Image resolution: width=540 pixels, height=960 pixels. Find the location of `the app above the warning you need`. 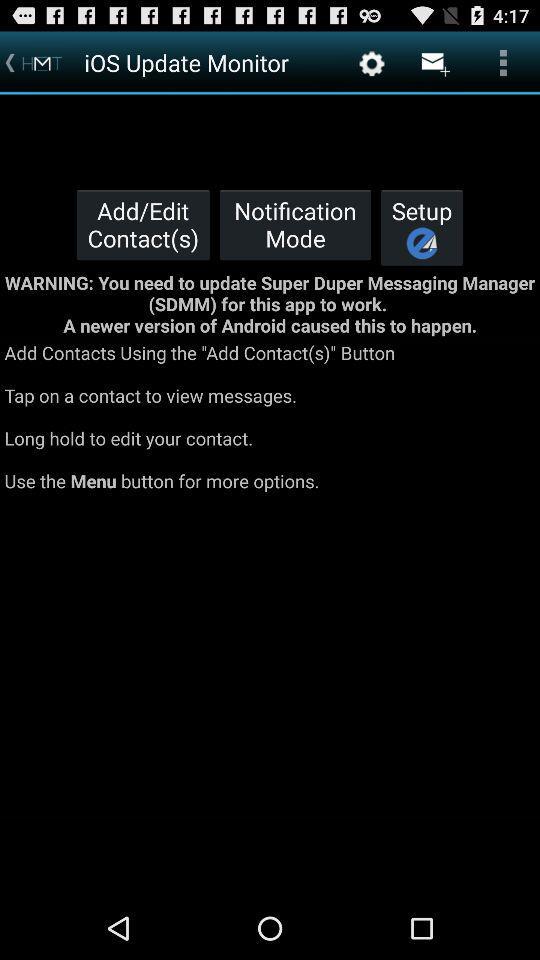

the app above the warning you need is located at coordinates (294, 224).